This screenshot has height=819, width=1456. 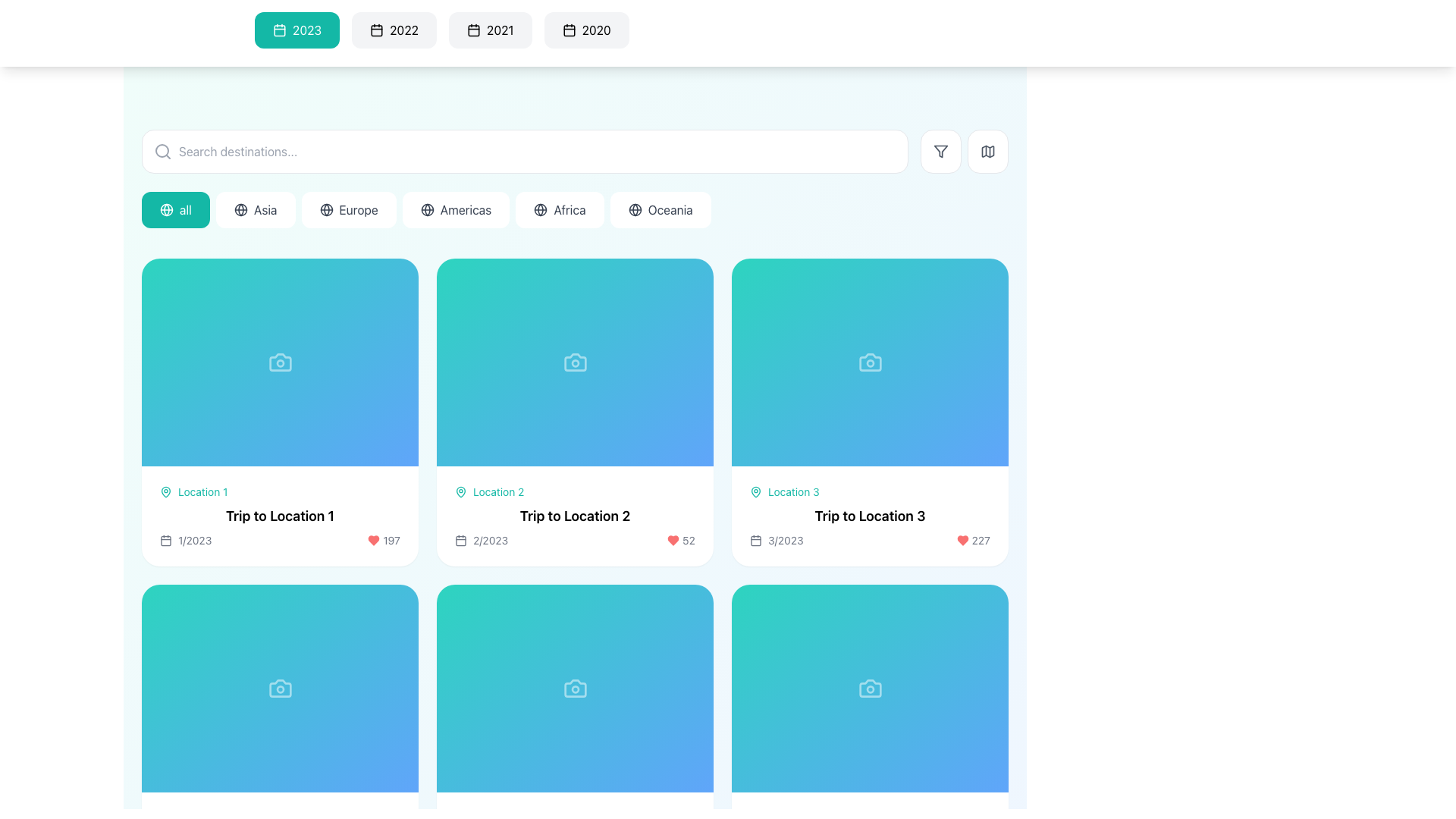 What do you see at coordinates (574, 515) in the screenshot?
I see `the title of the destination card located under the 'Location 2' heading in the second card of a horizontally aligned grid to signify interest or for details` at bounding box center [574, 515].